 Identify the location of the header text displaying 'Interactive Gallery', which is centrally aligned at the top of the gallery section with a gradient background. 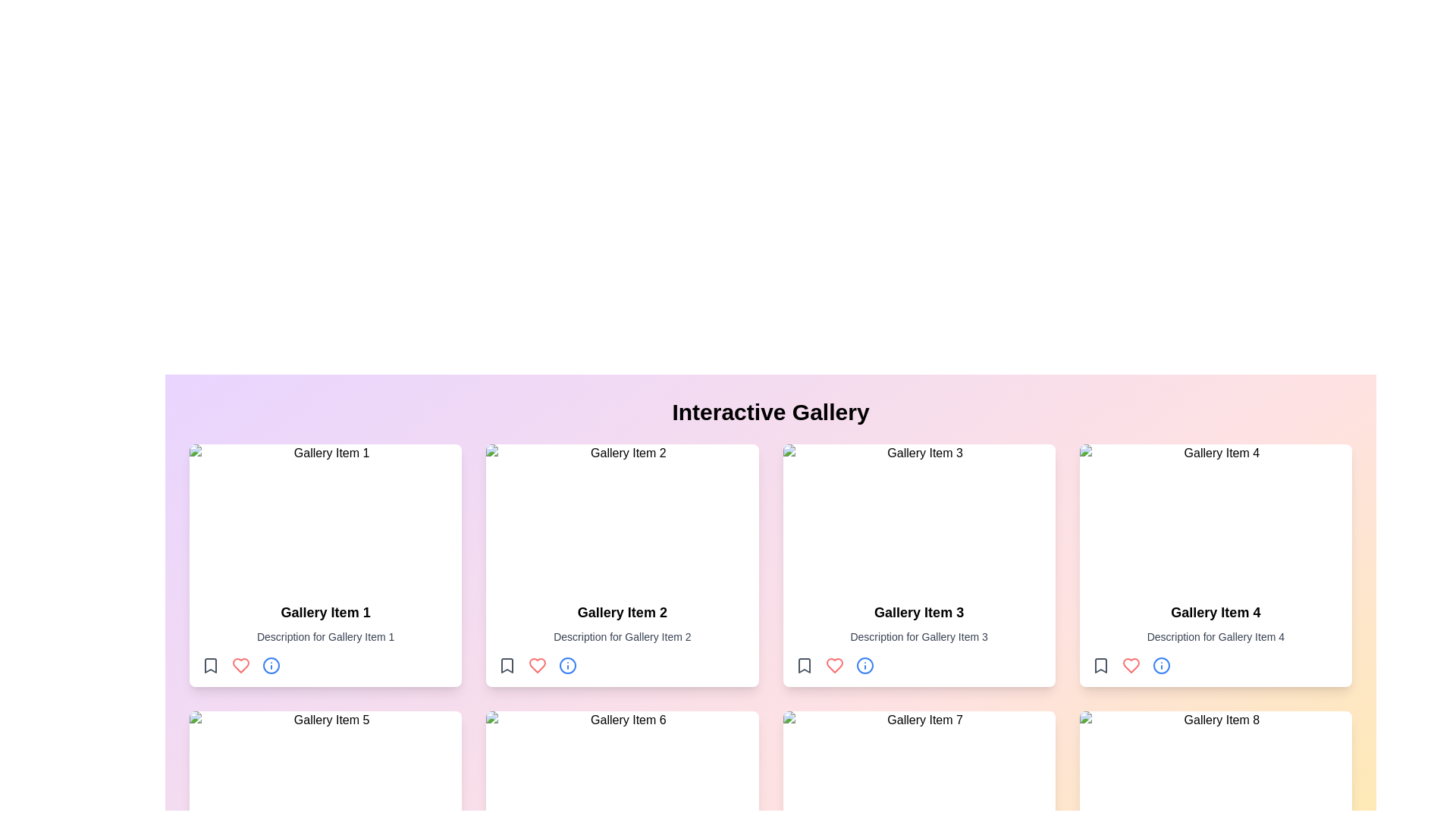
(770, 412).